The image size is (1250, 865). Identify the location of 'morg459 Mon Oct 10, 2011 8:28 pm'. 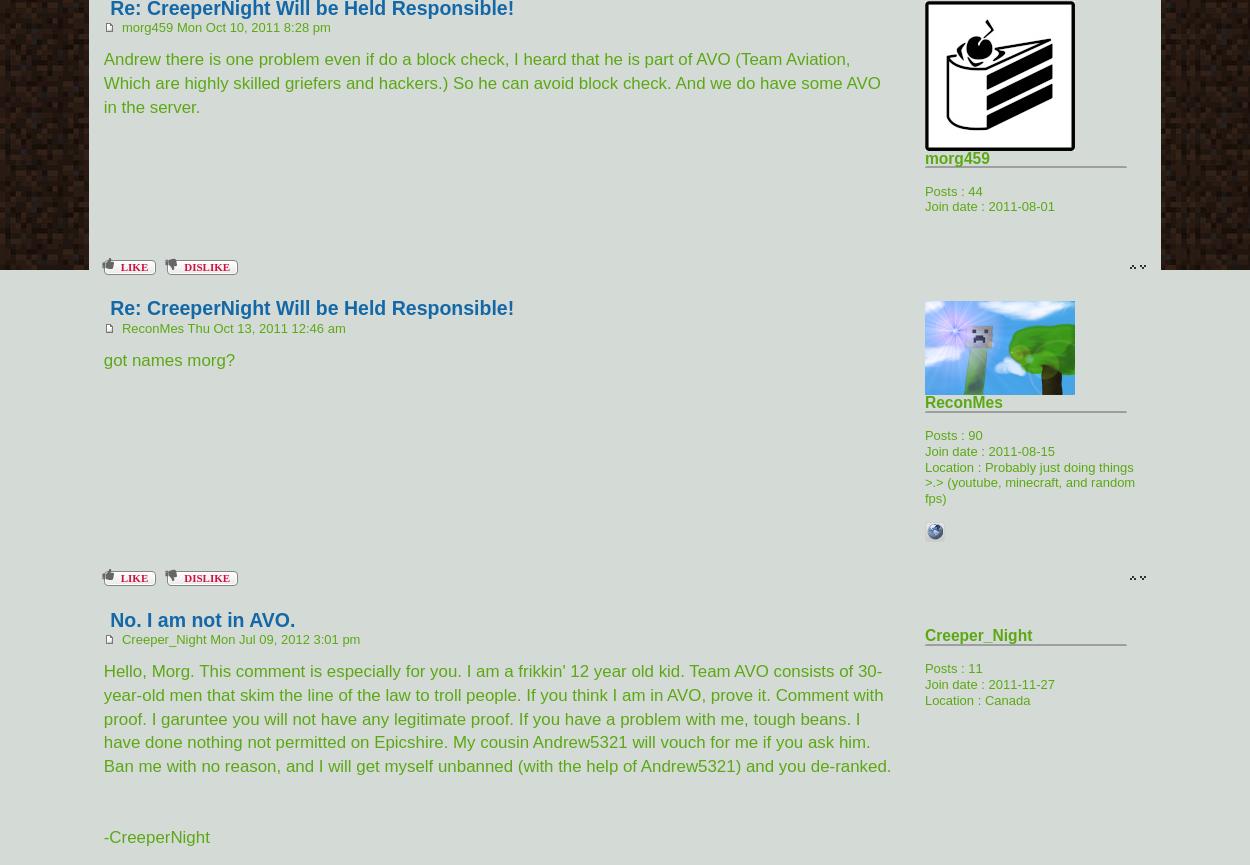
(113, 26).